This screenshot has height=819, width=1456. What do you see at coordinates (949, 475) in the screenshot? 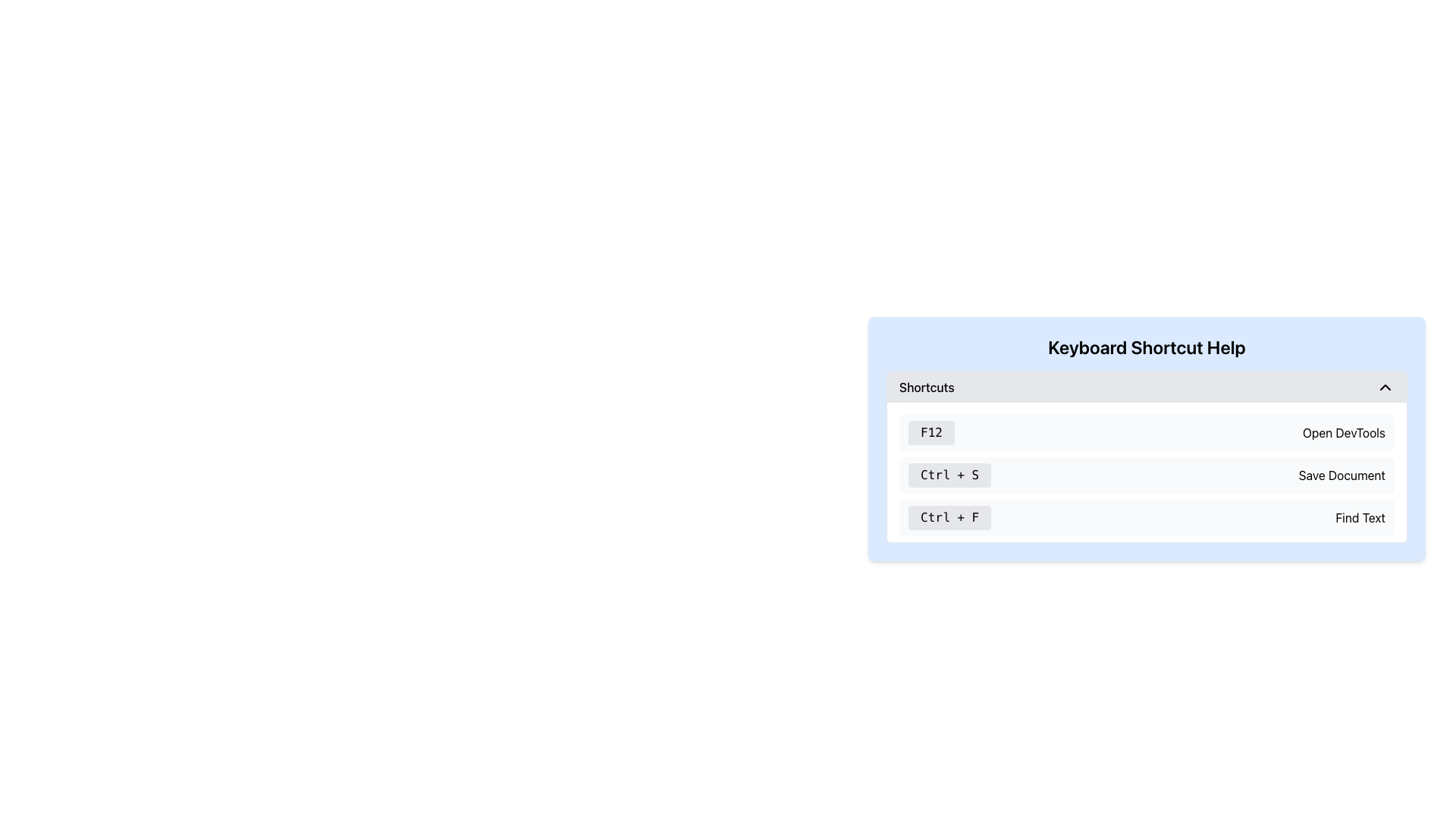
I see `the Text Label displaying 'Ctrl + S' which is located under the 'Keyboard Shortcut Help' heading and aligned left of 'Save Document'` at bounding box center [949, 475].